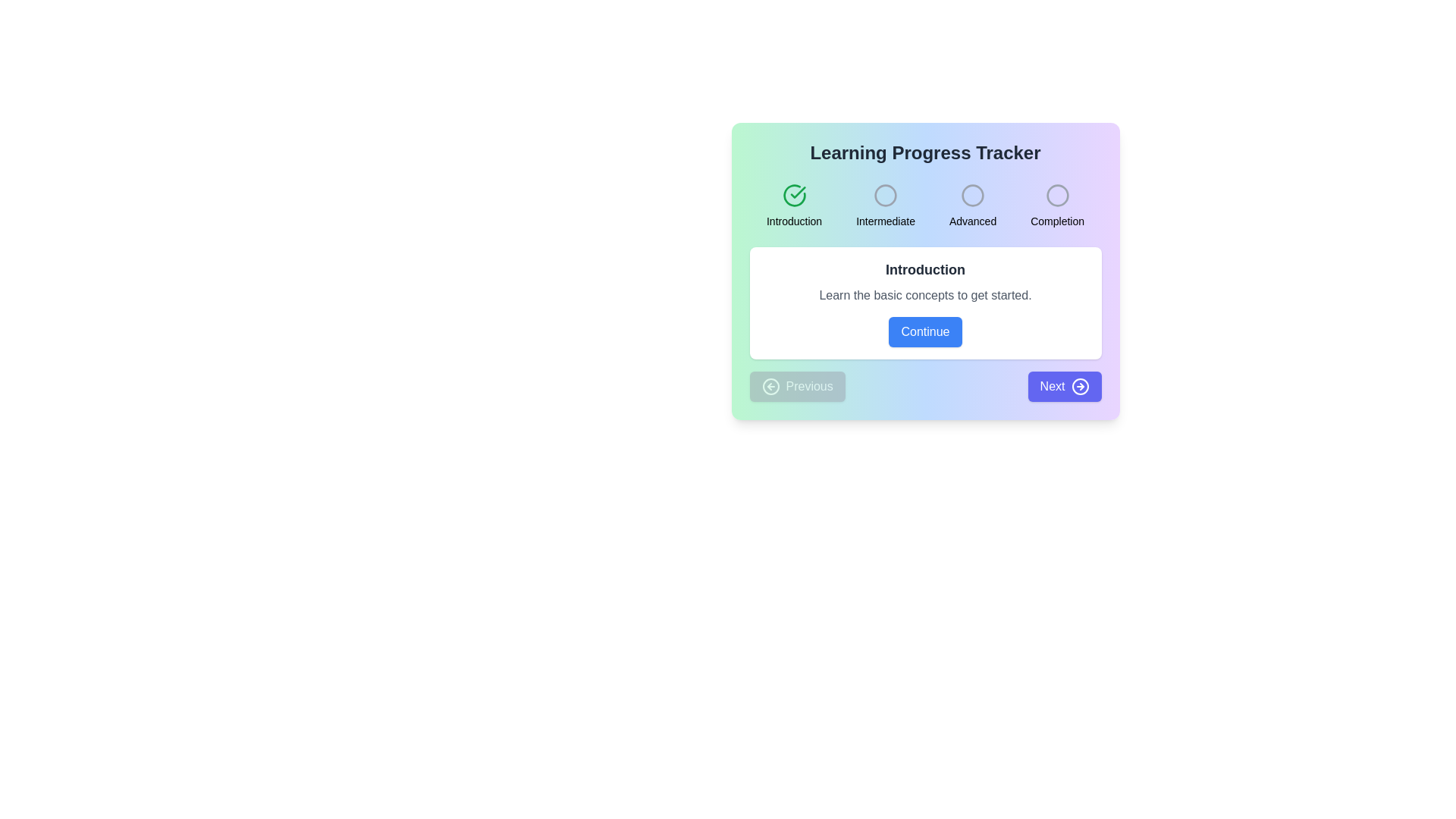 This screenshot has width=1456, height=819. Describe the element at coordinates (1056, 221) in the screenshot. I see `the static text label indicating the completion stage in the progress tracker, located at the top center area of the interface, directly below the circular icon` at that location.